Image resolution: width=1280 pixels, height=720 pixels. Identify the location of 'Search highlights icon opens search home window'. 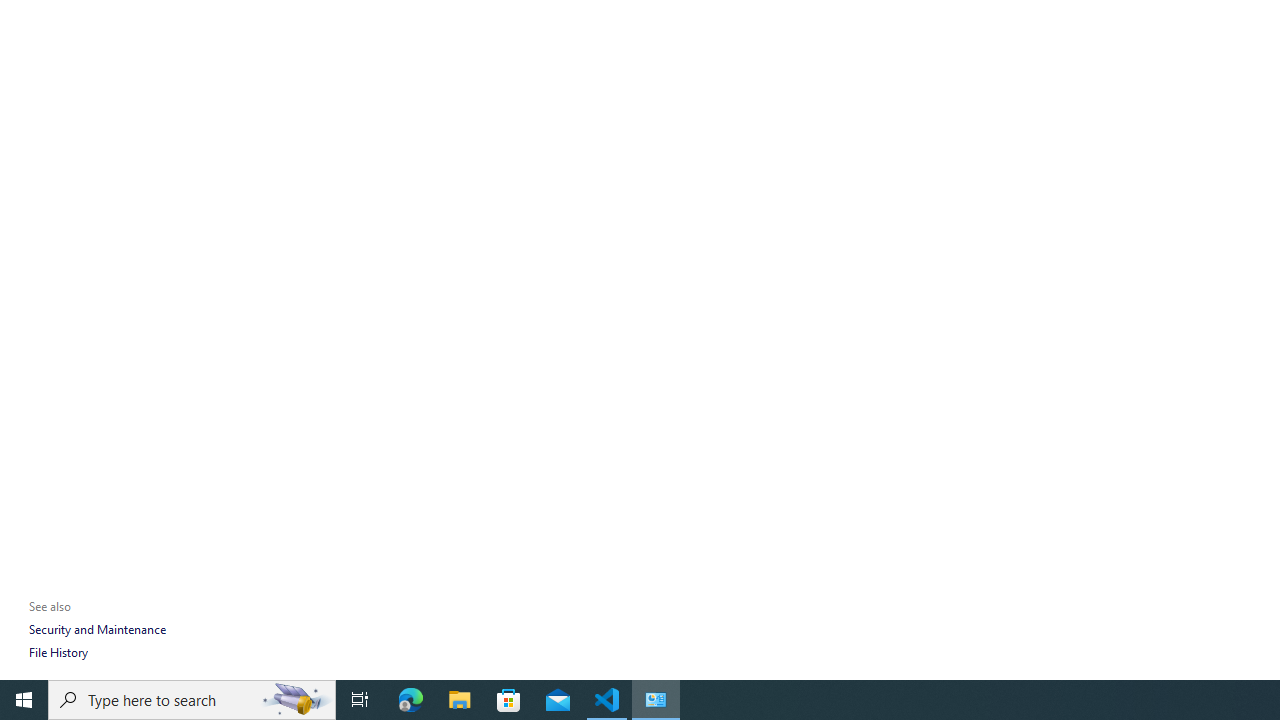
(294, 698).